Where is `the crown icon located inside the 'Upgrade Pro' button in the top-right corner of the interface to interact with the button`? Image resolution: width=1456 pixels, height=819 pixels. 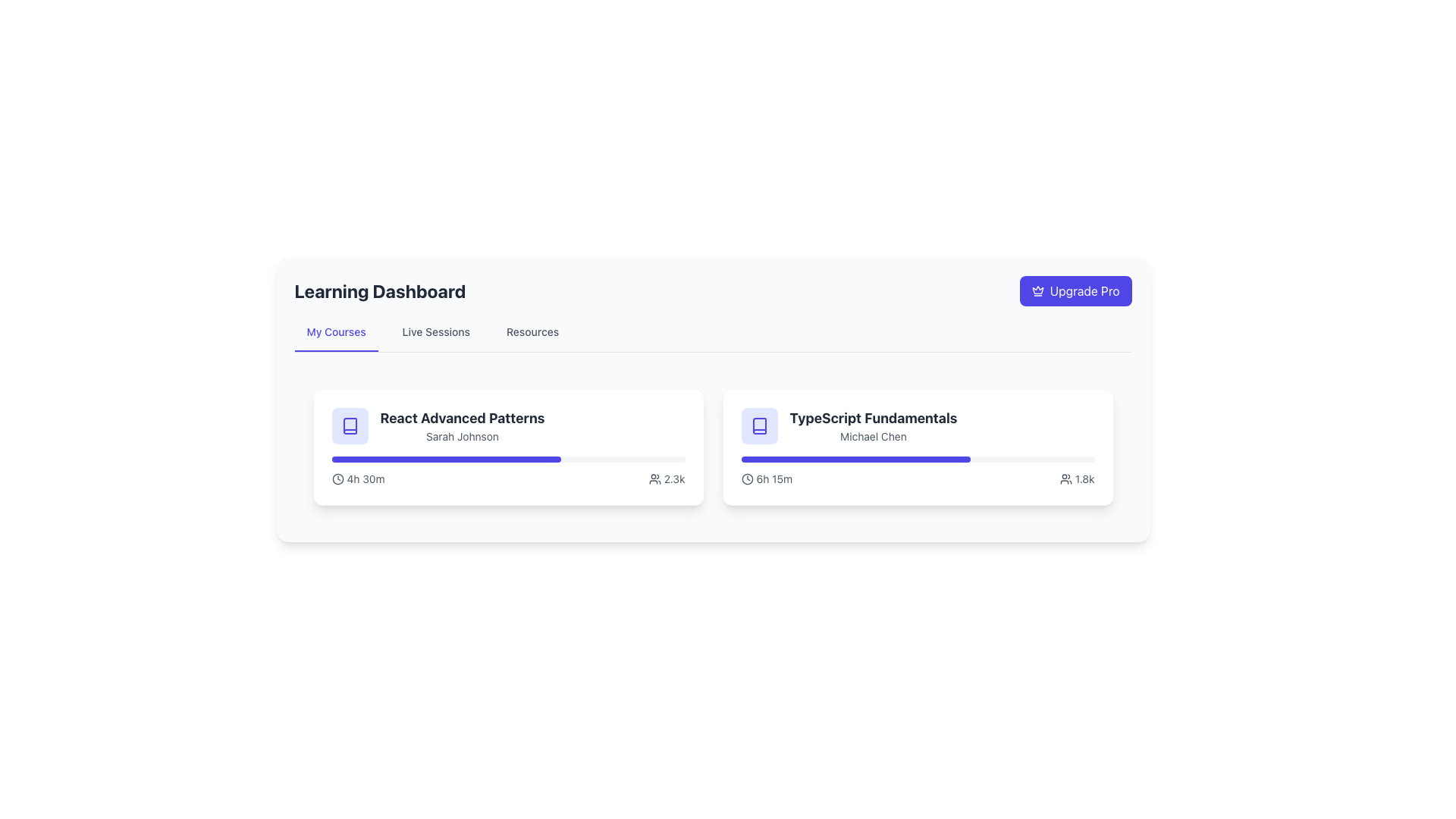 the crown icon located inside the 'Upgrade Pro' button in the top-right corner of the interface to interact with the button is located at coordinates (1037, 291).